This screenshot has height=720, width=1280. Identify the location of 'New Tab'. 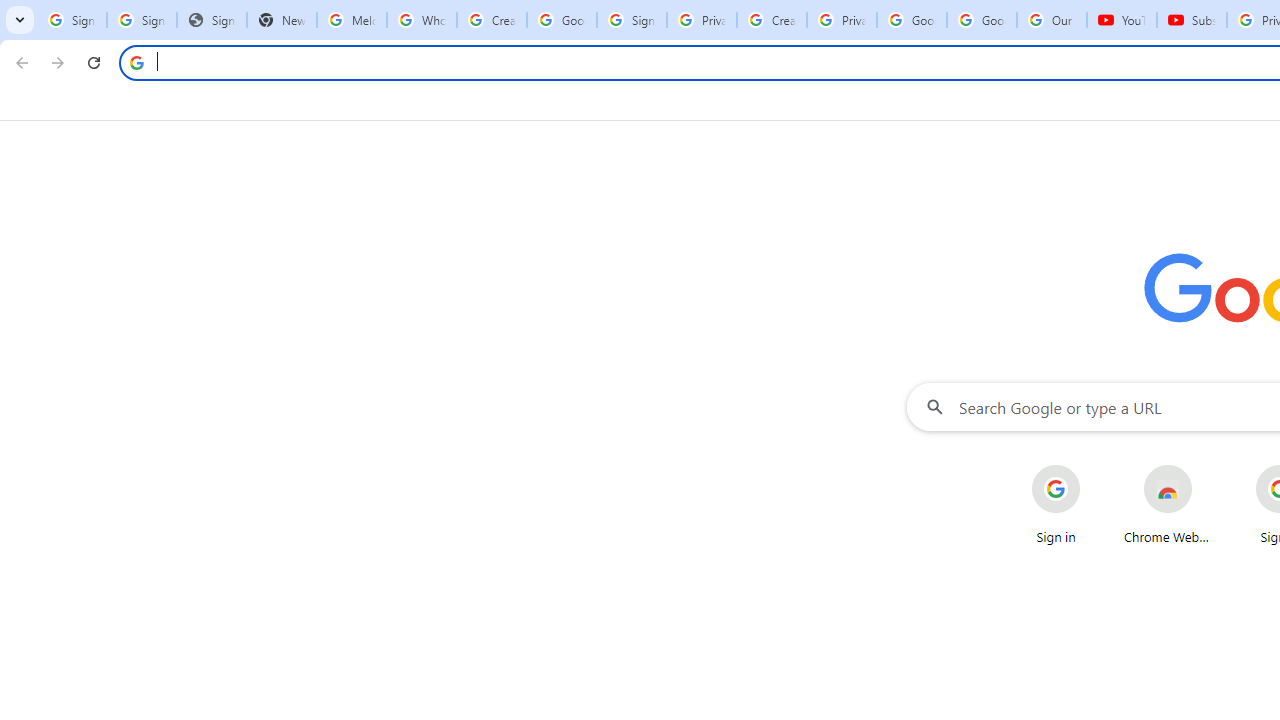
(281, 20).